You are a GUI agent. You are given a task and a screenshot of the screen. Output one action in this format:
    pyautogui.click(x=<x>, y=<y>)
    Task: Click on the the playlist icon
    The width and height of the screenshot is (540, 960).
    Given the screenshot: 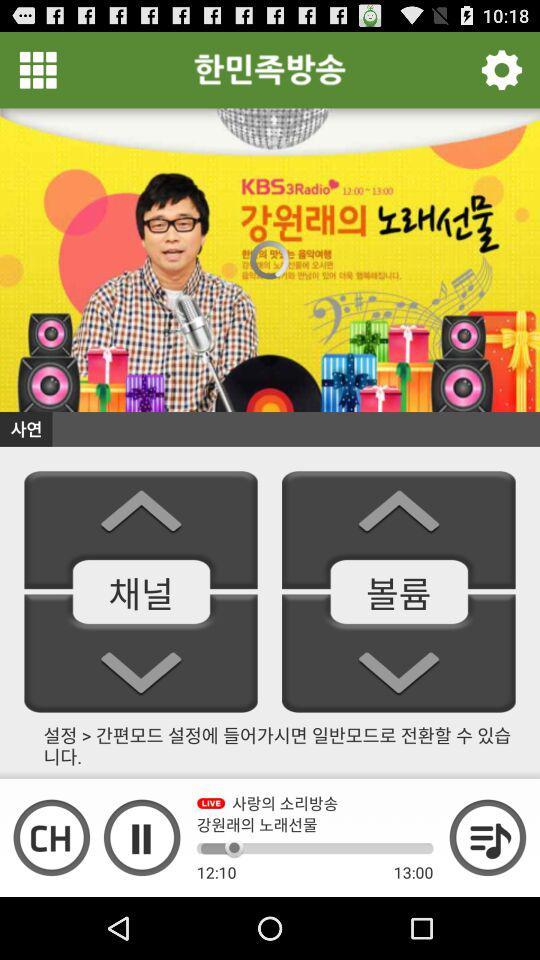 What is the action you would take?
    pyautogui.click(x=487, y=895)
    